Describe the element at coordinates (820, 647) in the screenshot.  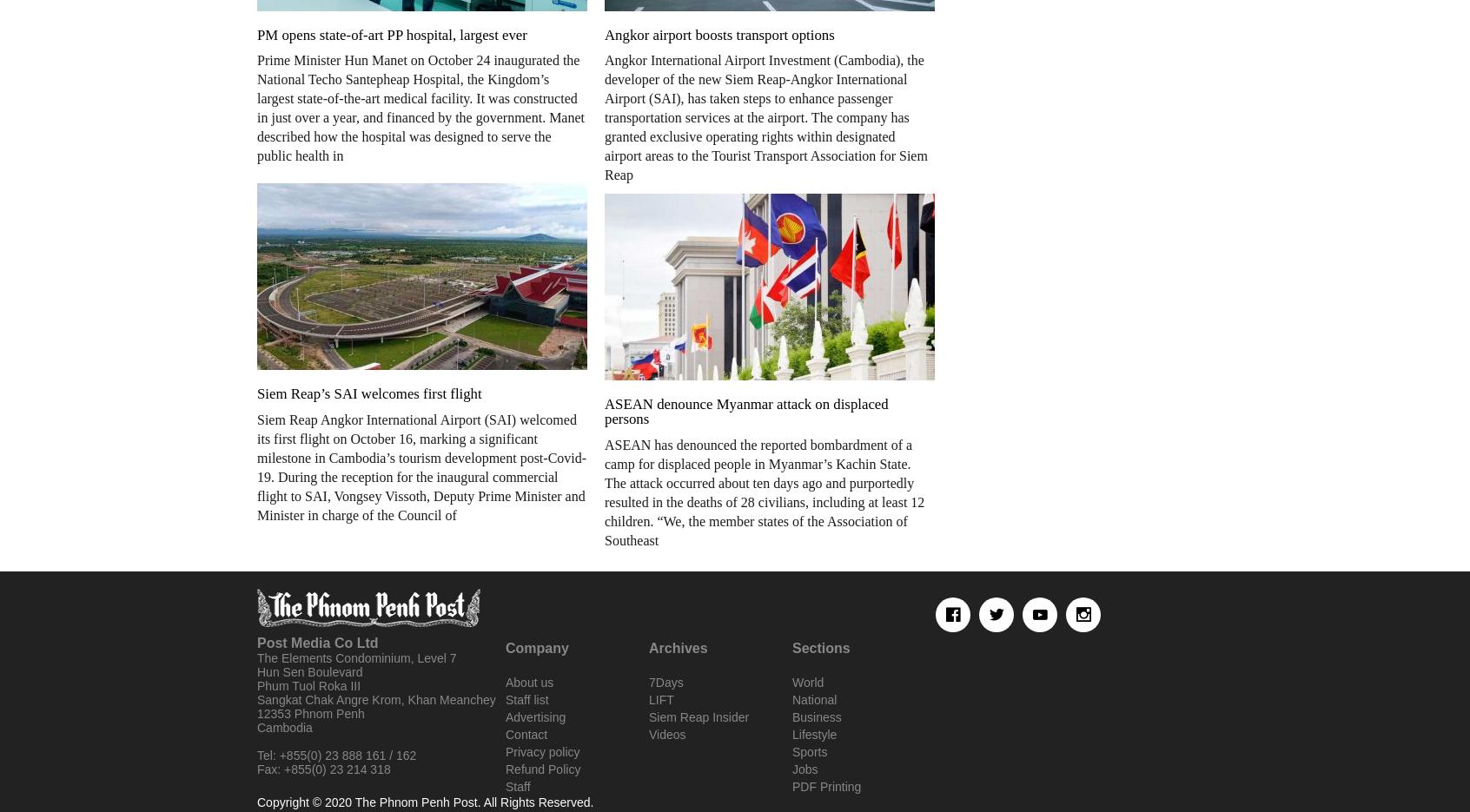
I see `'Sections'` at that location.